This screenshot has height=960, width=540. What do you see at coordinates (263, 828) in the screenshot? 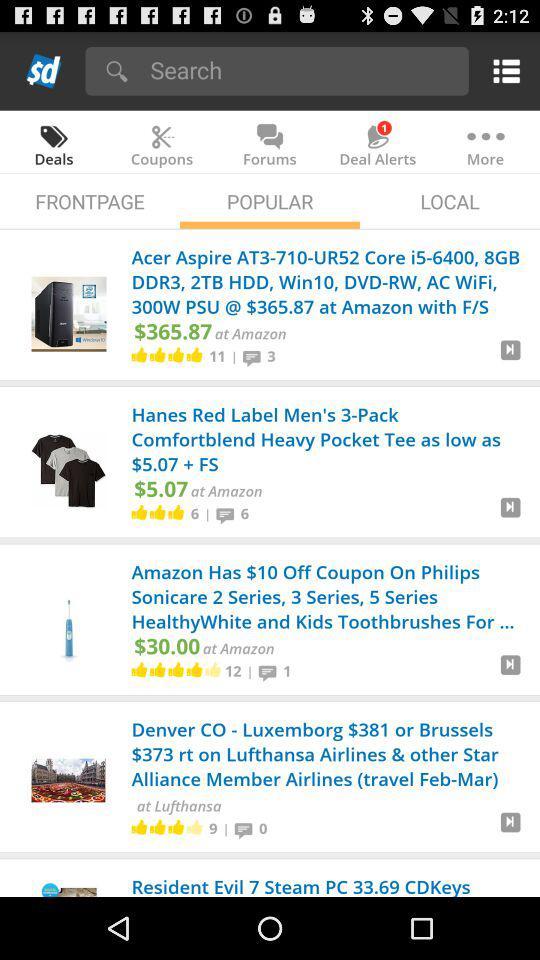
I see `the 0 item` at bounding box center [263, 828].